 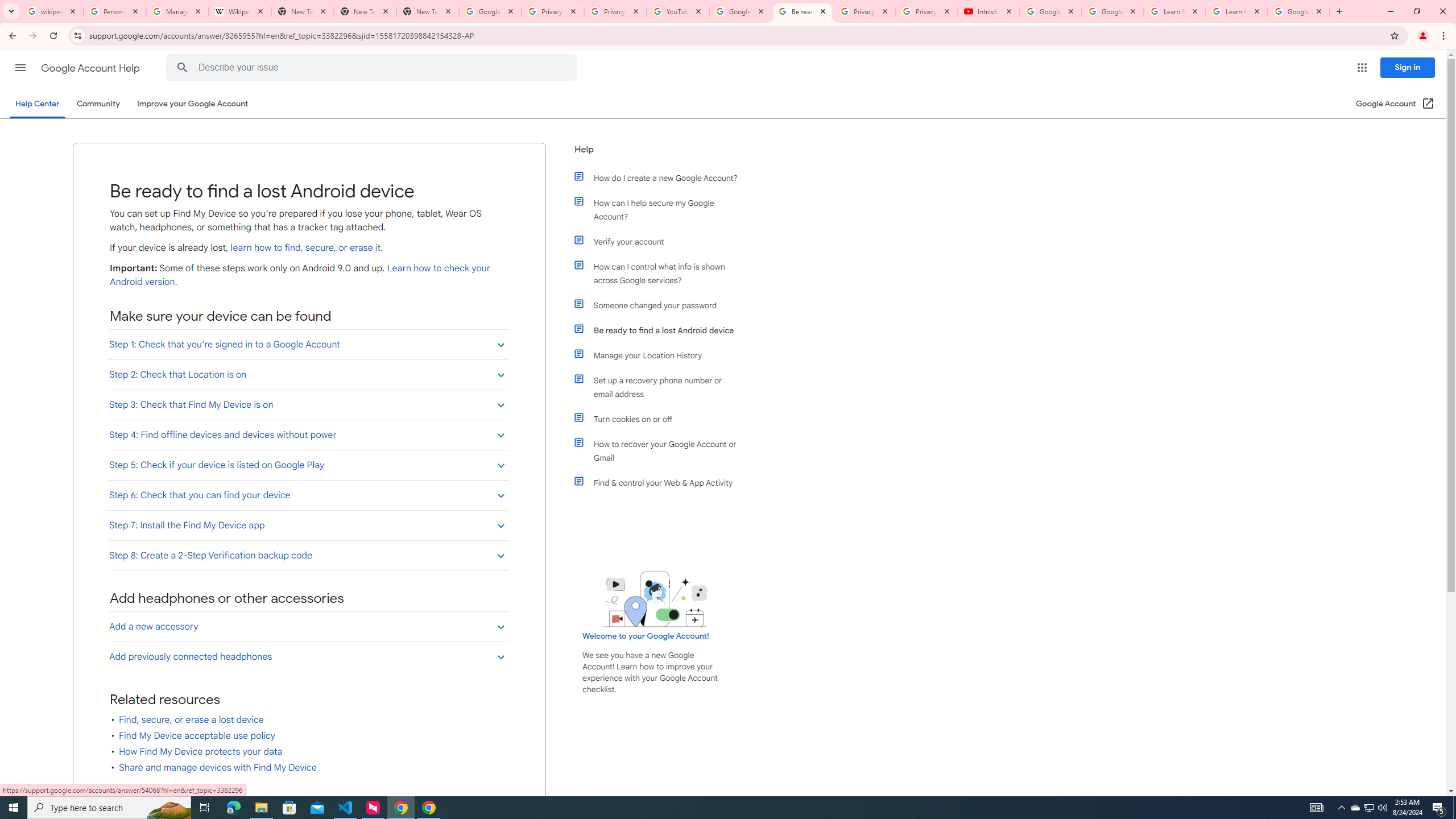 I want to click on 'Address and search bar', so click(x=735, y=35).